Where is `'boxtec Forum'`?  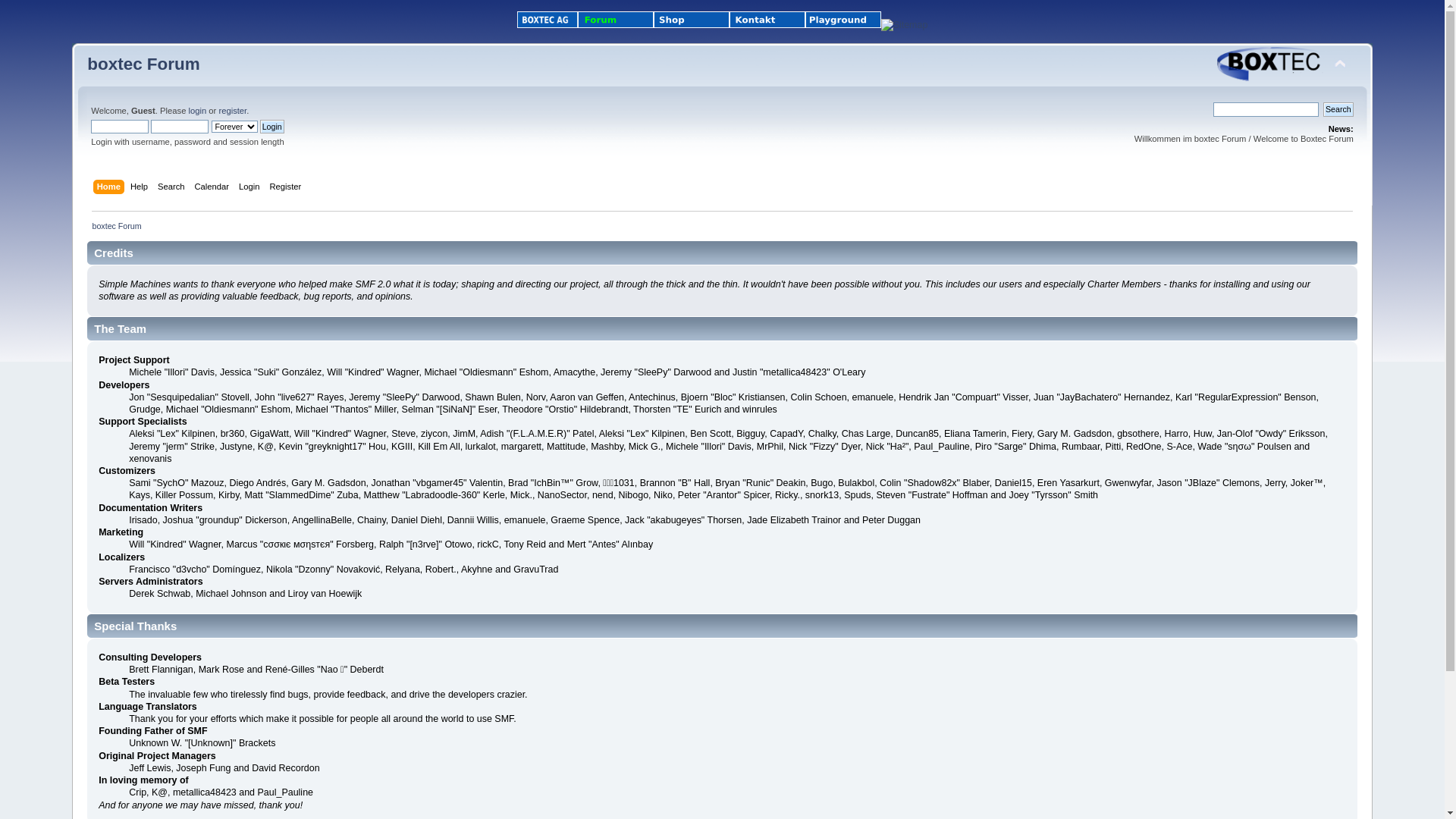 'boxtec Forum' is located at coordinates (90, 225).